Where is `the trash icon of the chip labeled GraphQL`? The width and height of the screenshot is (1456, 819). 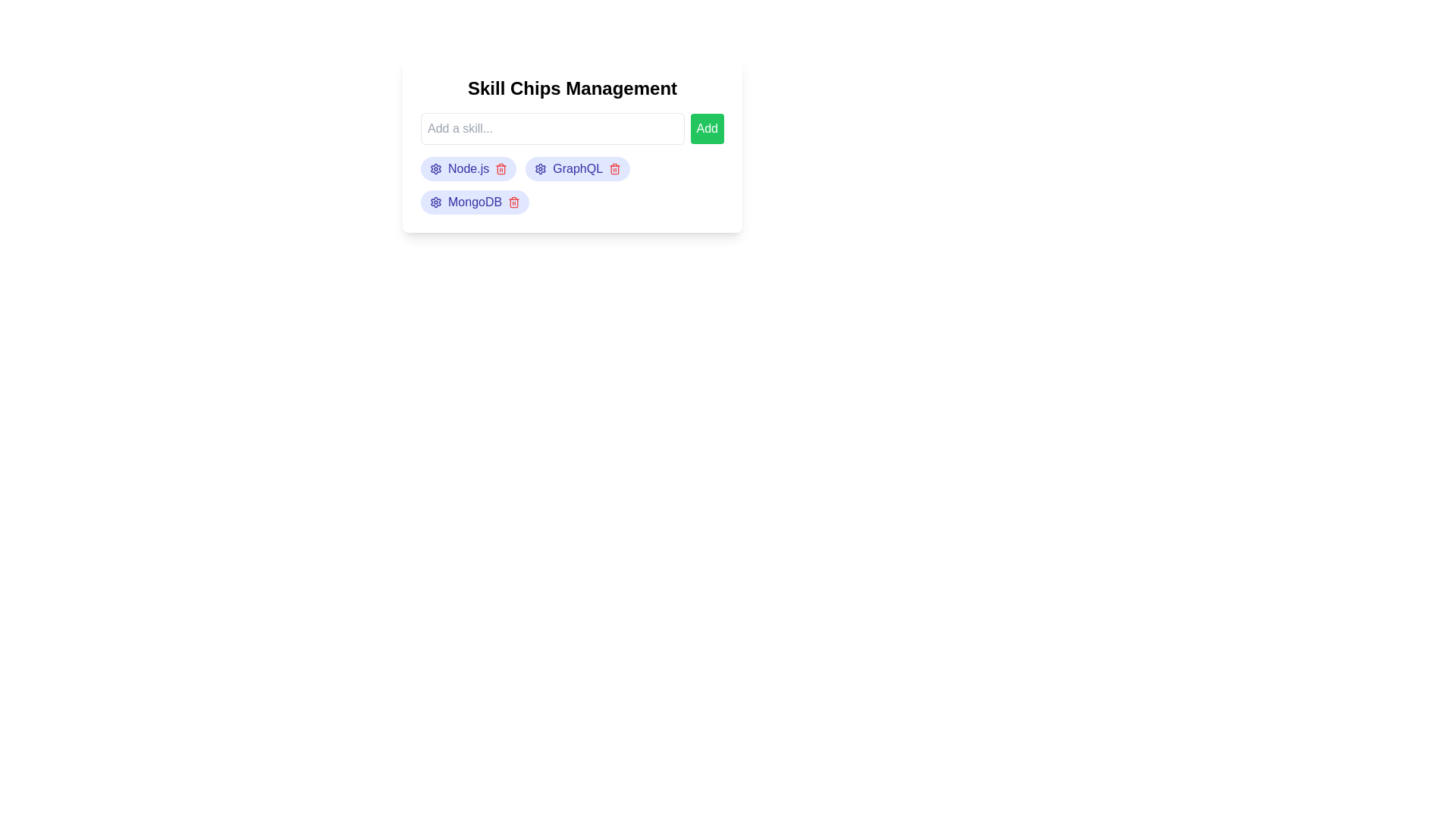
the trash icon of the chip labeled GraphQL is located at coordinates (615, 169).